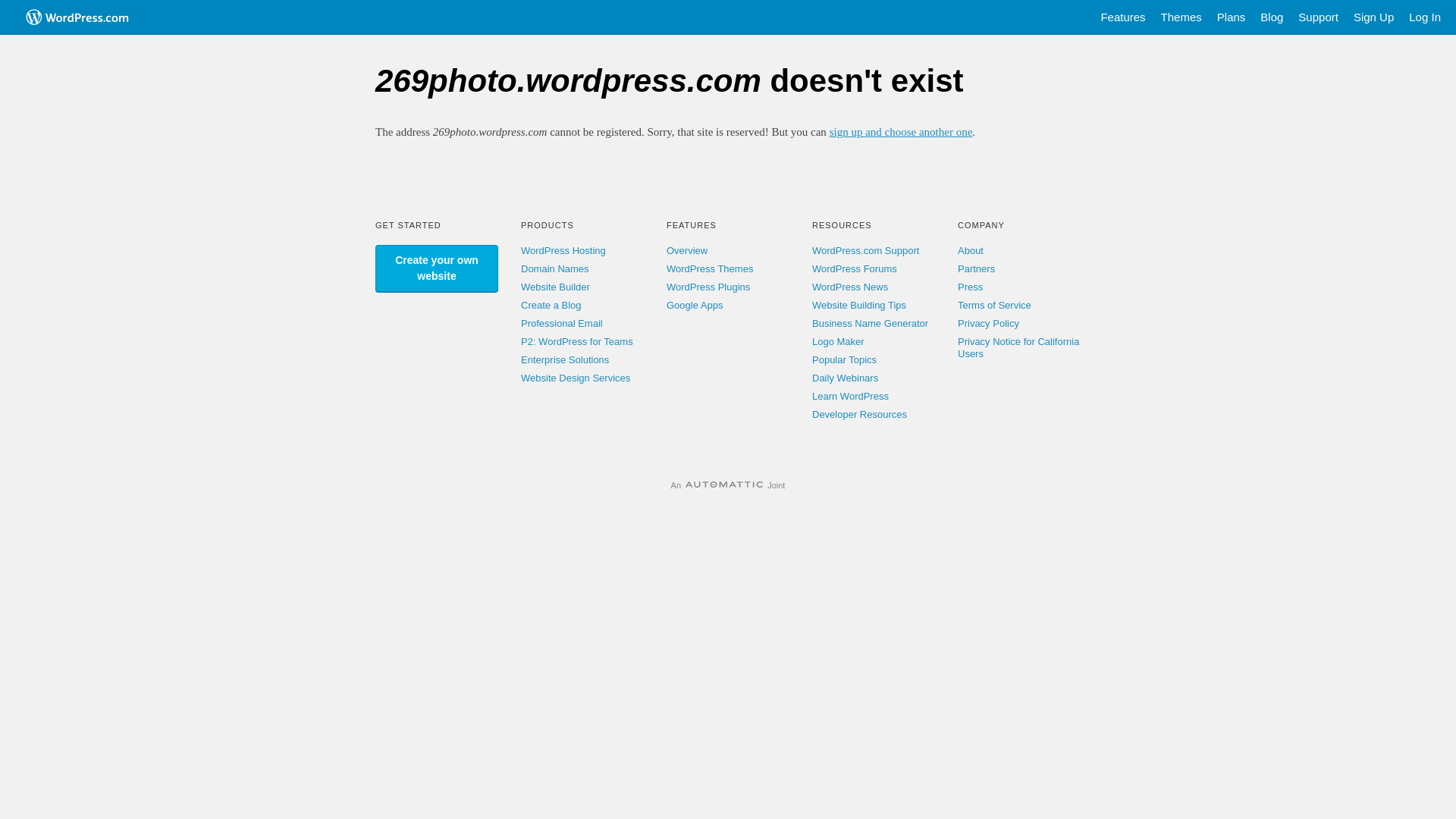 The image size is (1456, 819). Describe the element at coordinates (1401, 17) in the screenshot. I see `'Log In'` at that location.